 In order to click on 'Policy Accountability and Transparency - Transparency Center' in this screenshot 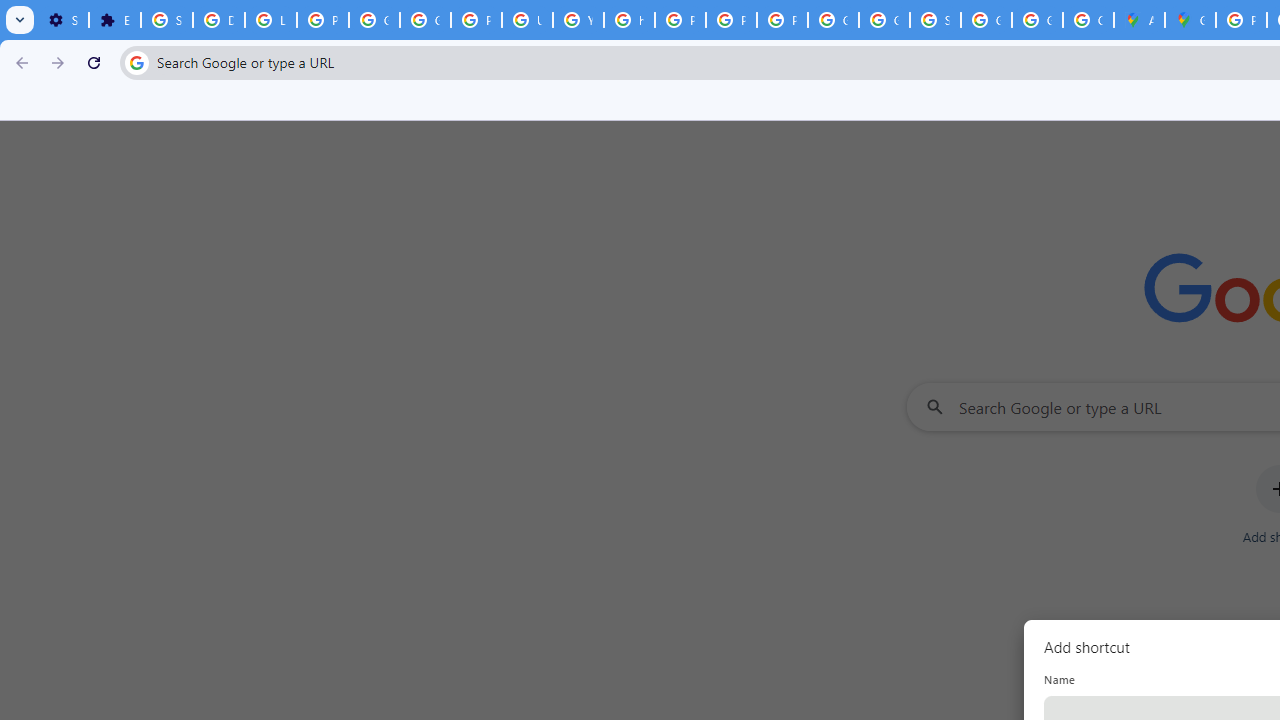, I will do `click(1240, 20)`.